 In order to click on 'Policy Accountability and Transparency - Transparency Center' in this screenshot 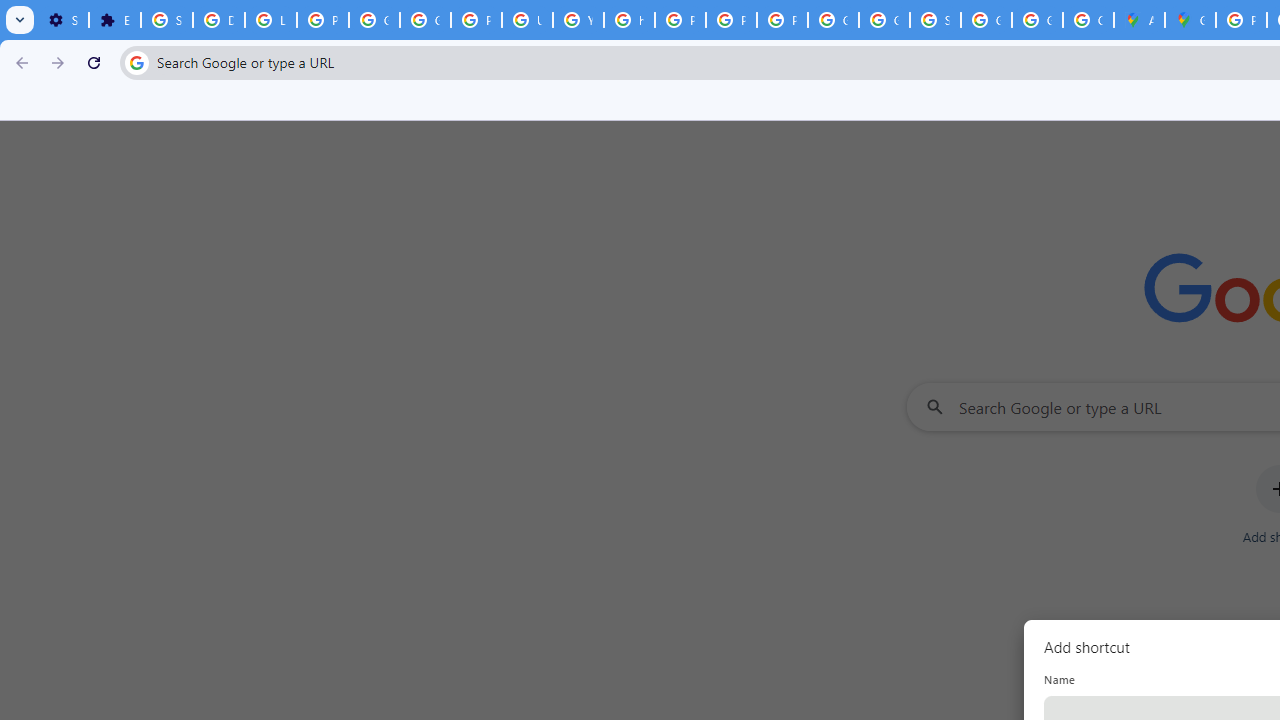, I will do `click(1240, 20)`.